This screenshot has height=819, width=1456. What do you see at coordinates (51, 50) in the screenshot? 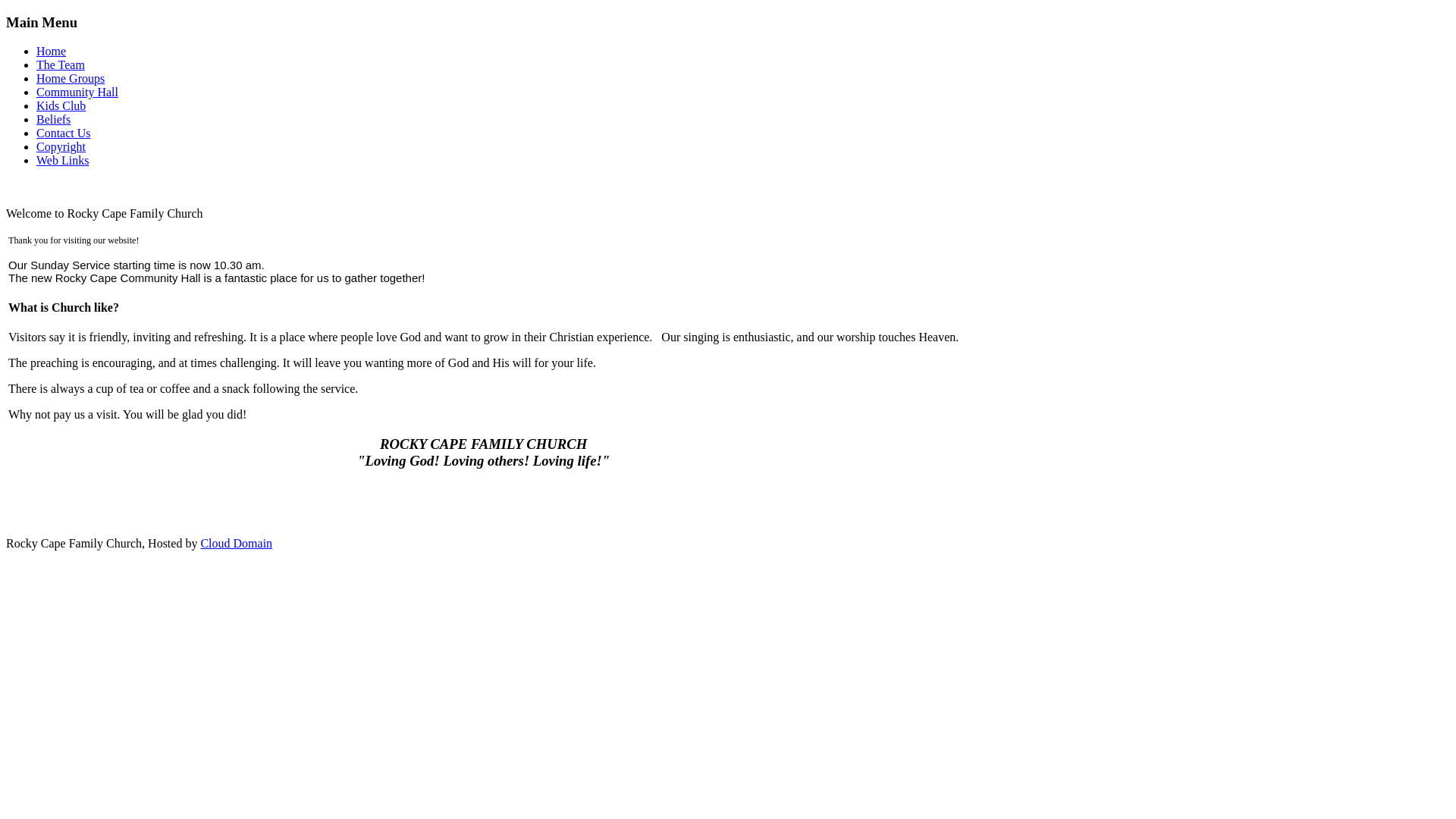
I see `'Home'` at bounding box center [51, 50].